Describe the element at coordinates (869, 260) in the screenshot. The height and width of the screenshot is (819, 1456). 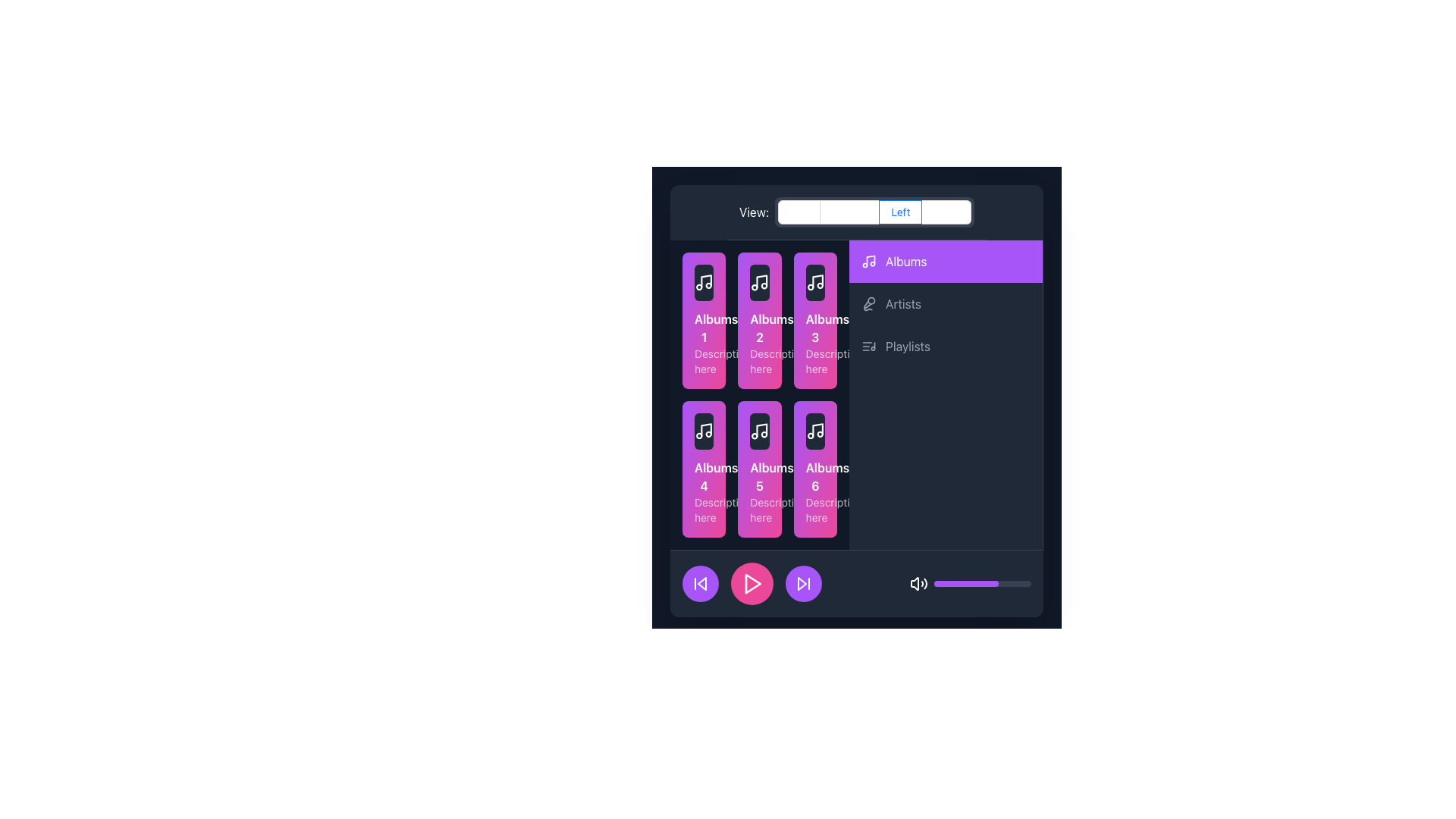
I see `the musical note icon with a circular background, which is the first element on the left of the 'Albums' menu option in the vertical navigation menu` at that location.